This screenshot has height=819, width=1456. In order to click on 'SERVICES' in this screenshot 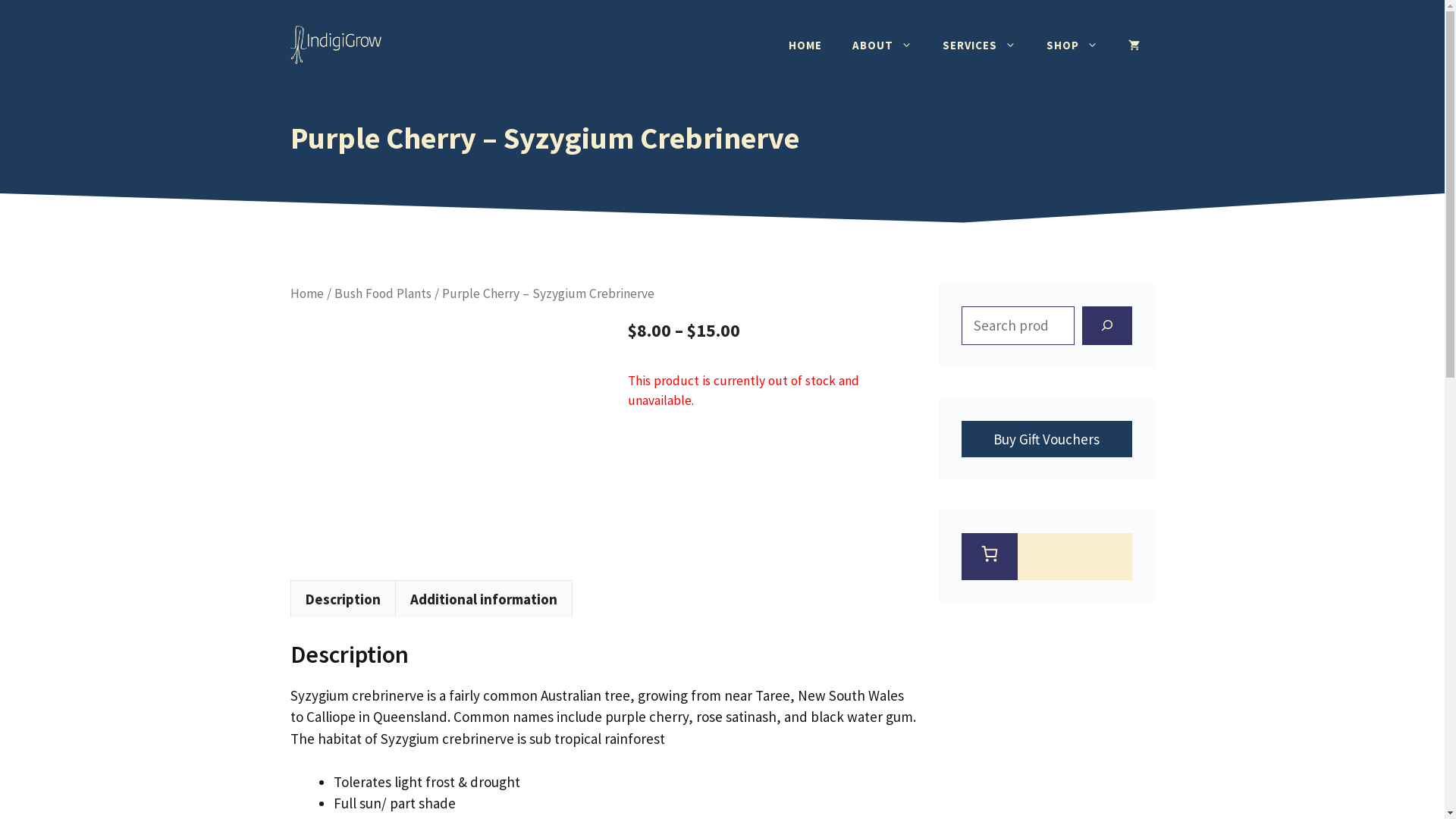, I will do `click(978, 45)`.